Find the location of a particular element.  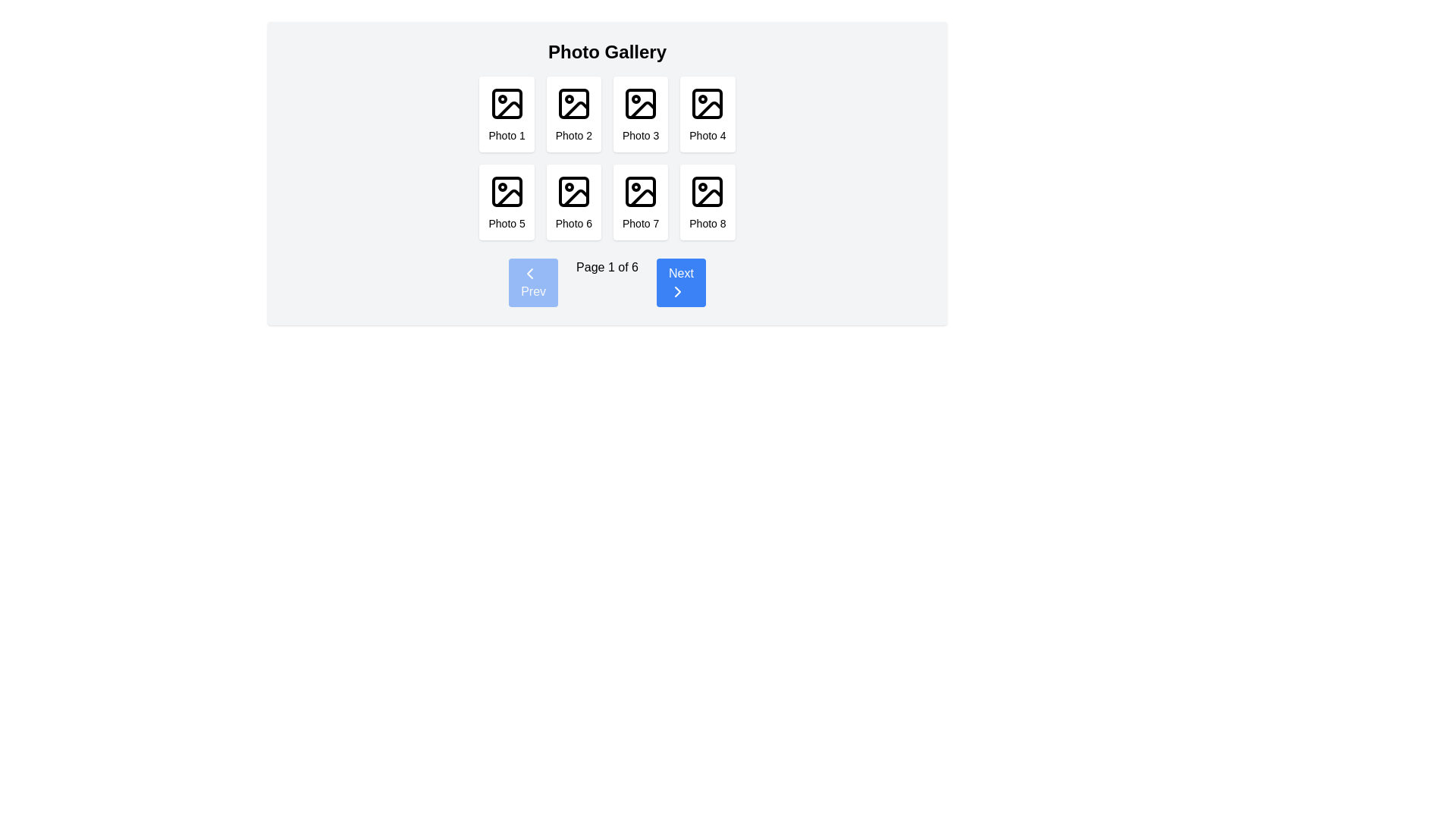

the text label reading 'Photo 3' is located at coordinates (641, 134).